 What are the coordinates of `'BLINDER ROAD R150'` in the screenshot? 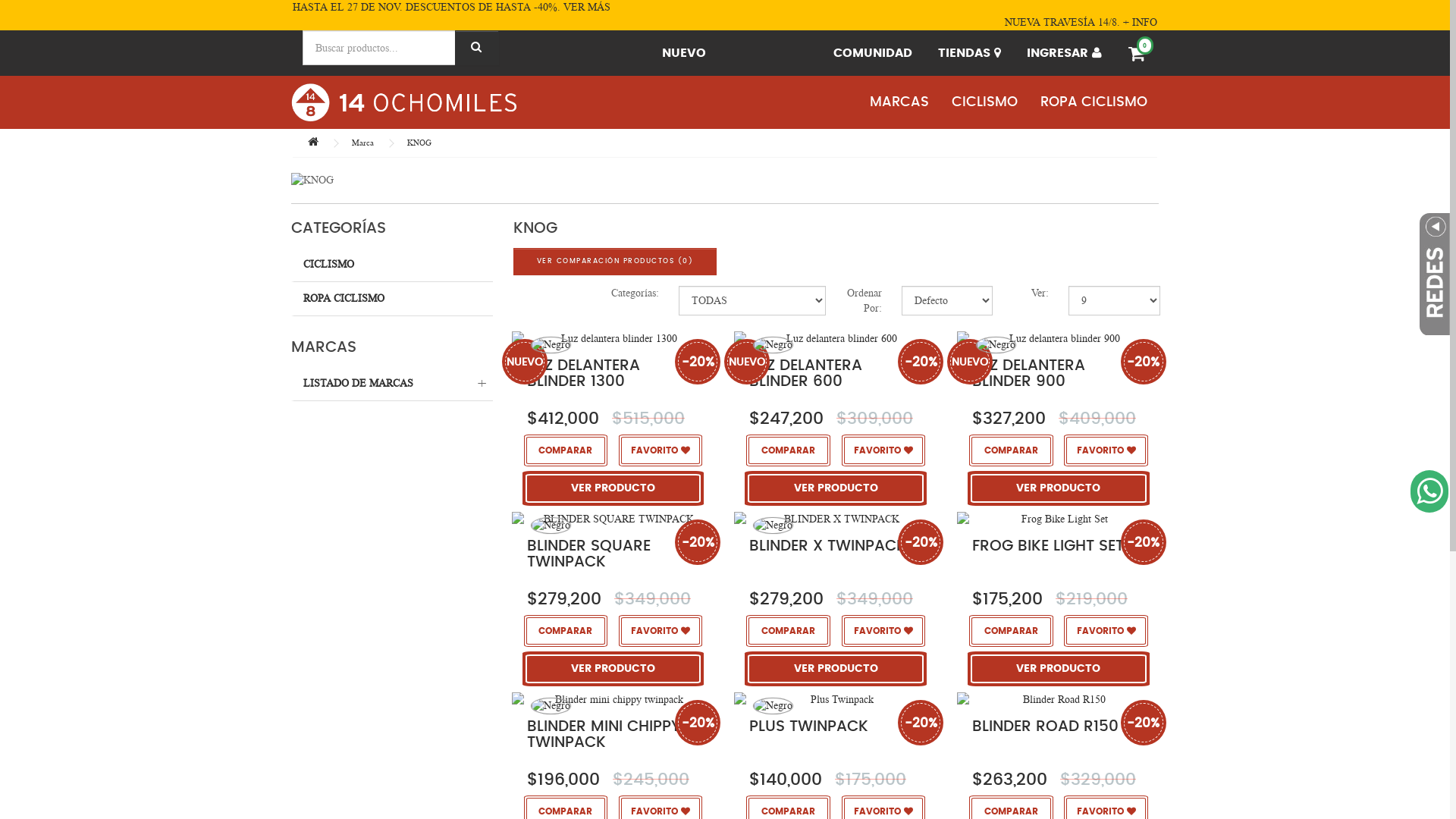 It's located at (1044, 725).